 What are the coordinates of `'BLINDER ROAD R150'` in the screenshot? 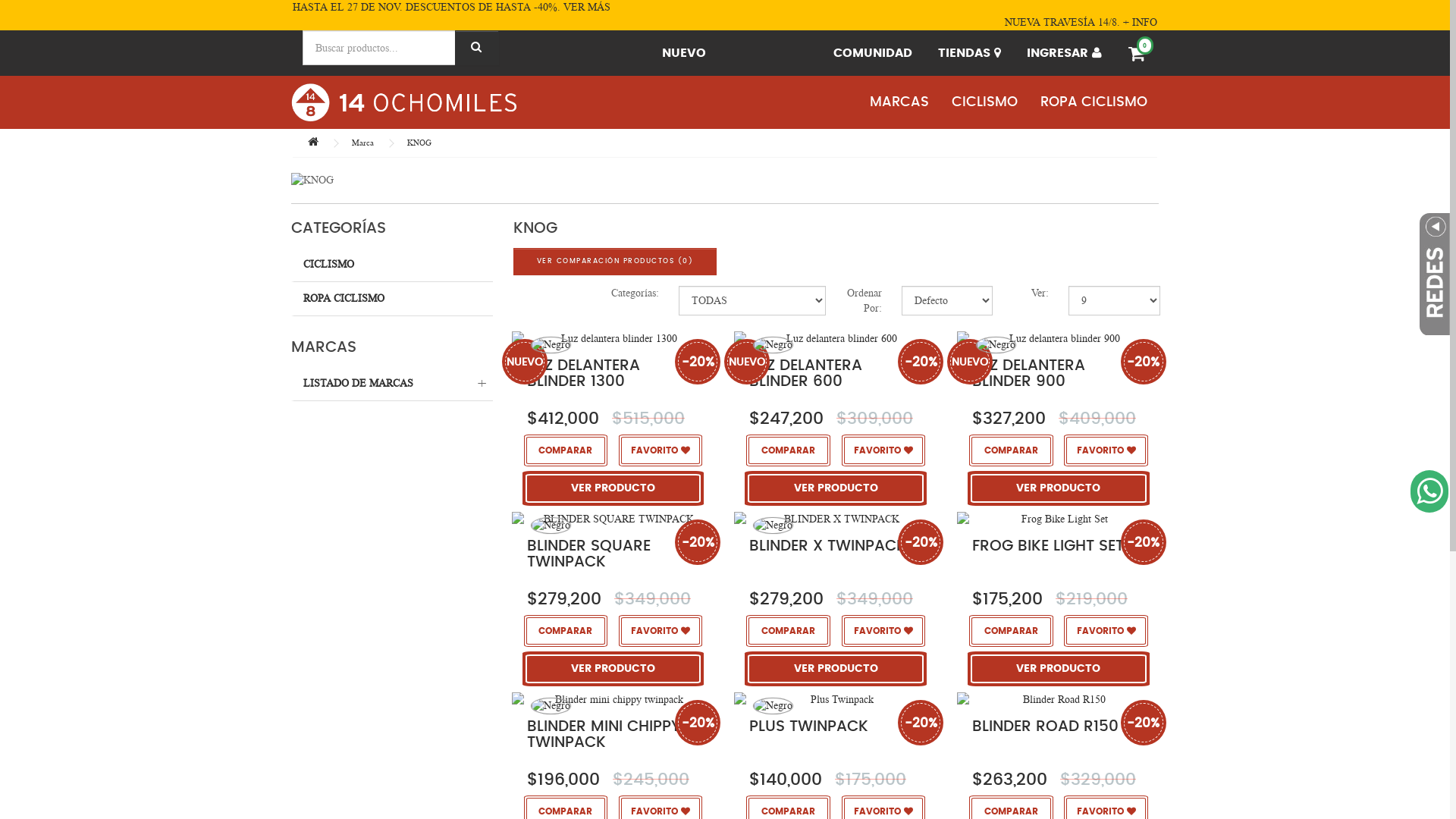 It's located at (1044, 725).